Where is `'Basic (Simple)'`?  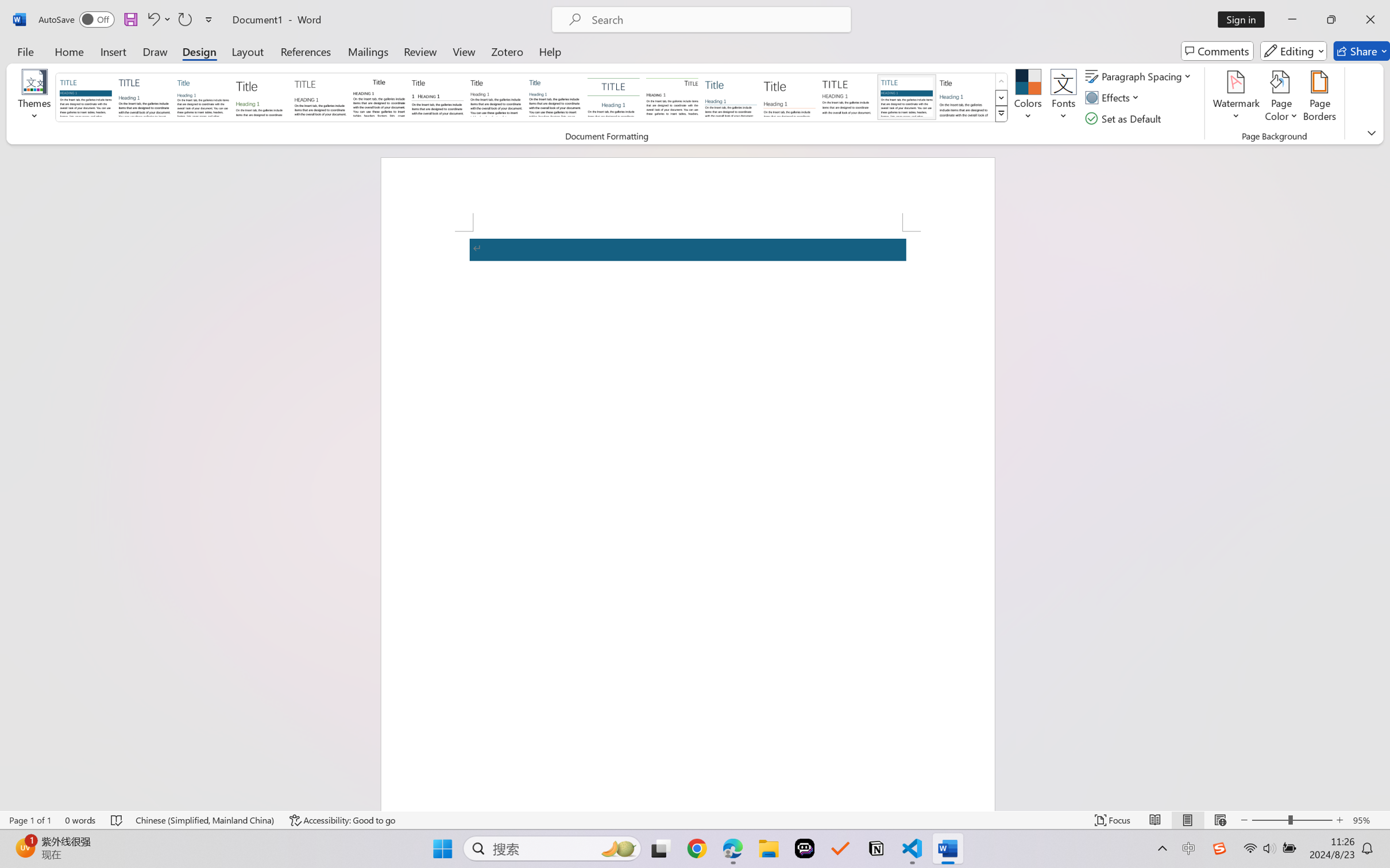 'Basic (Simple)' is located at coordinates (203, 96).